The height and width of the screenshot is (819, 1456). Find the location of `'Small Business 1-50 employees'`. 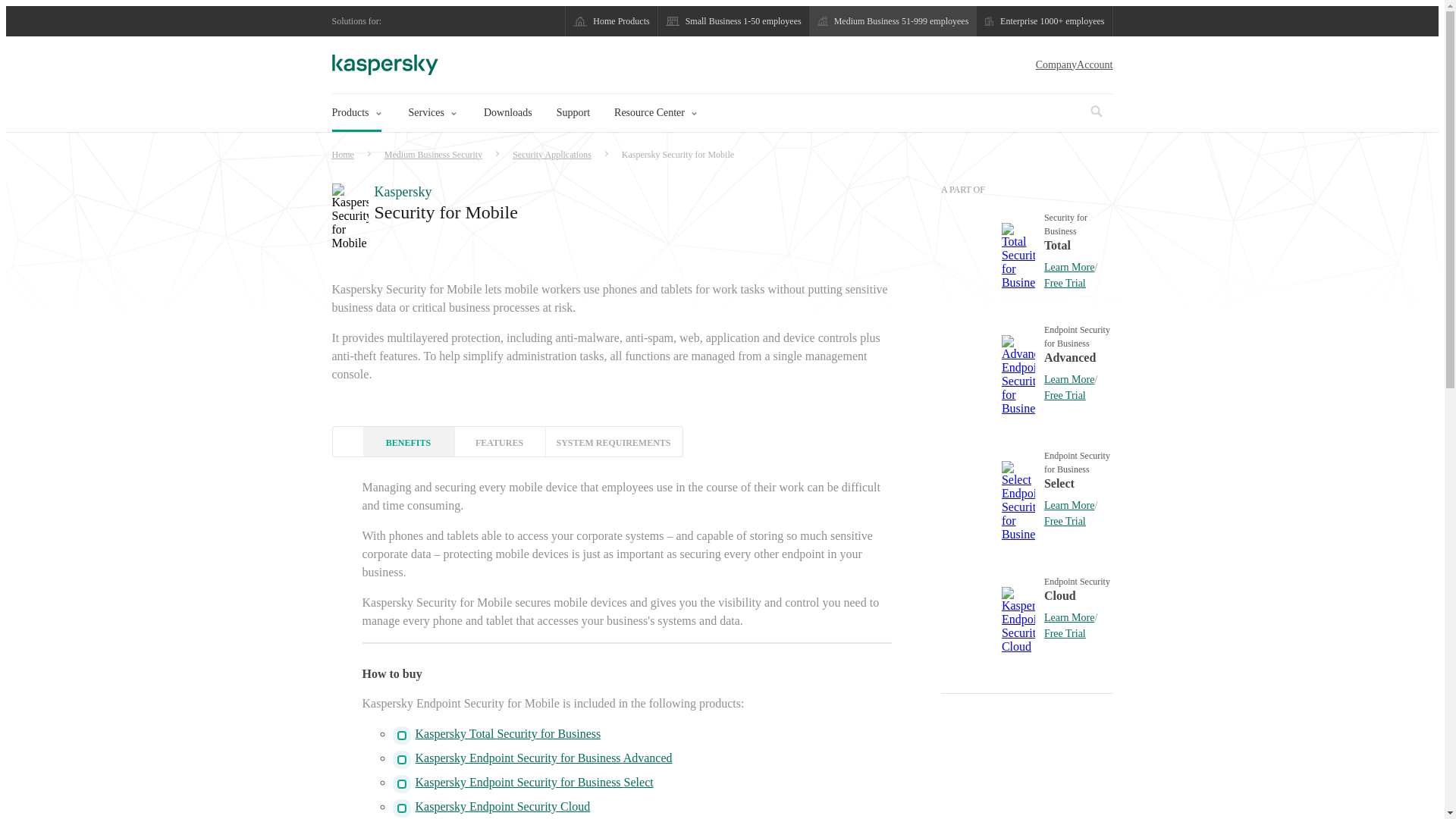

'Small Business 1-50 employees' is located at coordinates (734, 20).